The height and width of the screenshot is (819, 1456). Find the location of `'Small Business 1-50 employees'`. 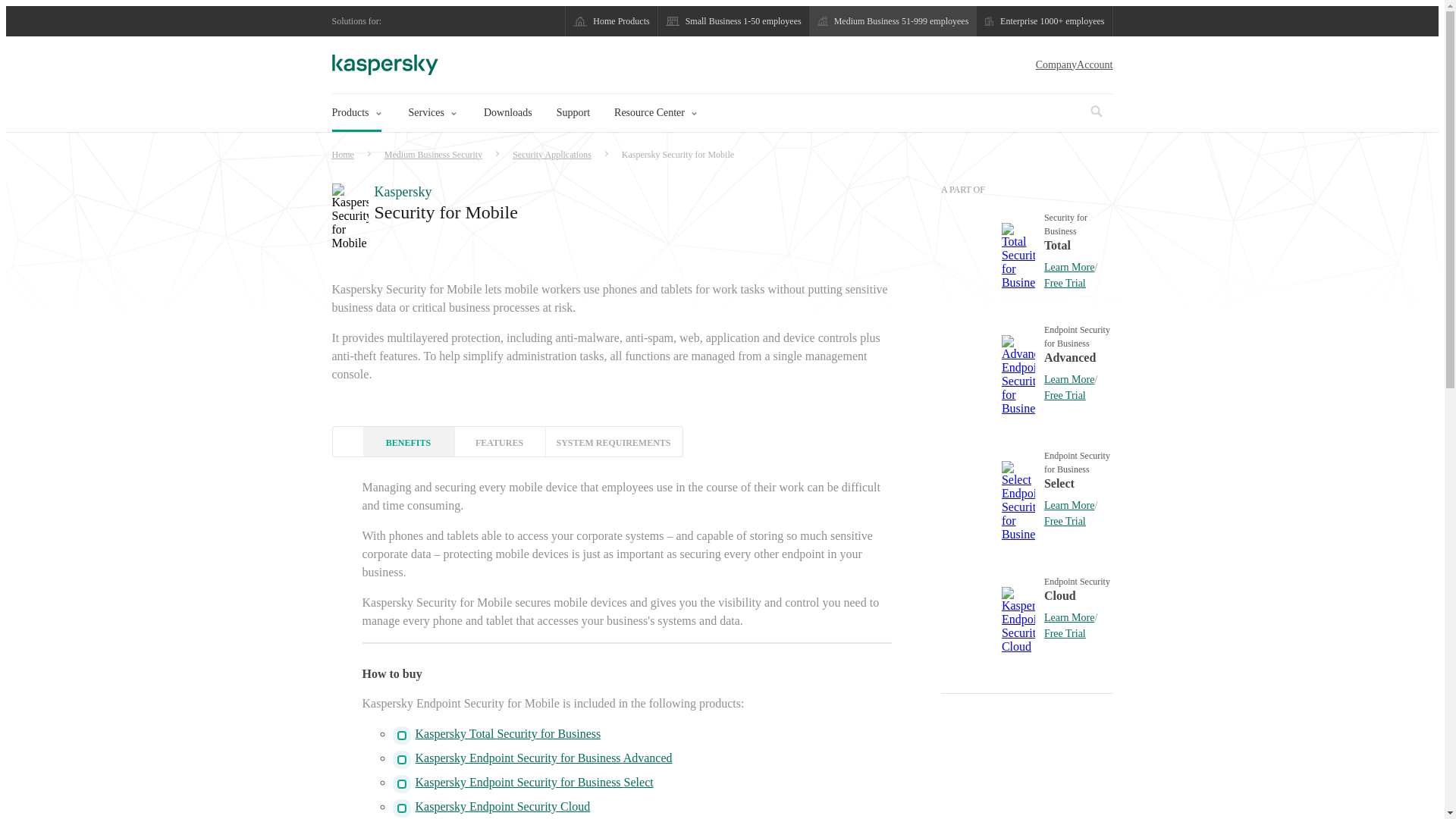

'Small Business 1-50 employees' is located at coordinates (734, 20).